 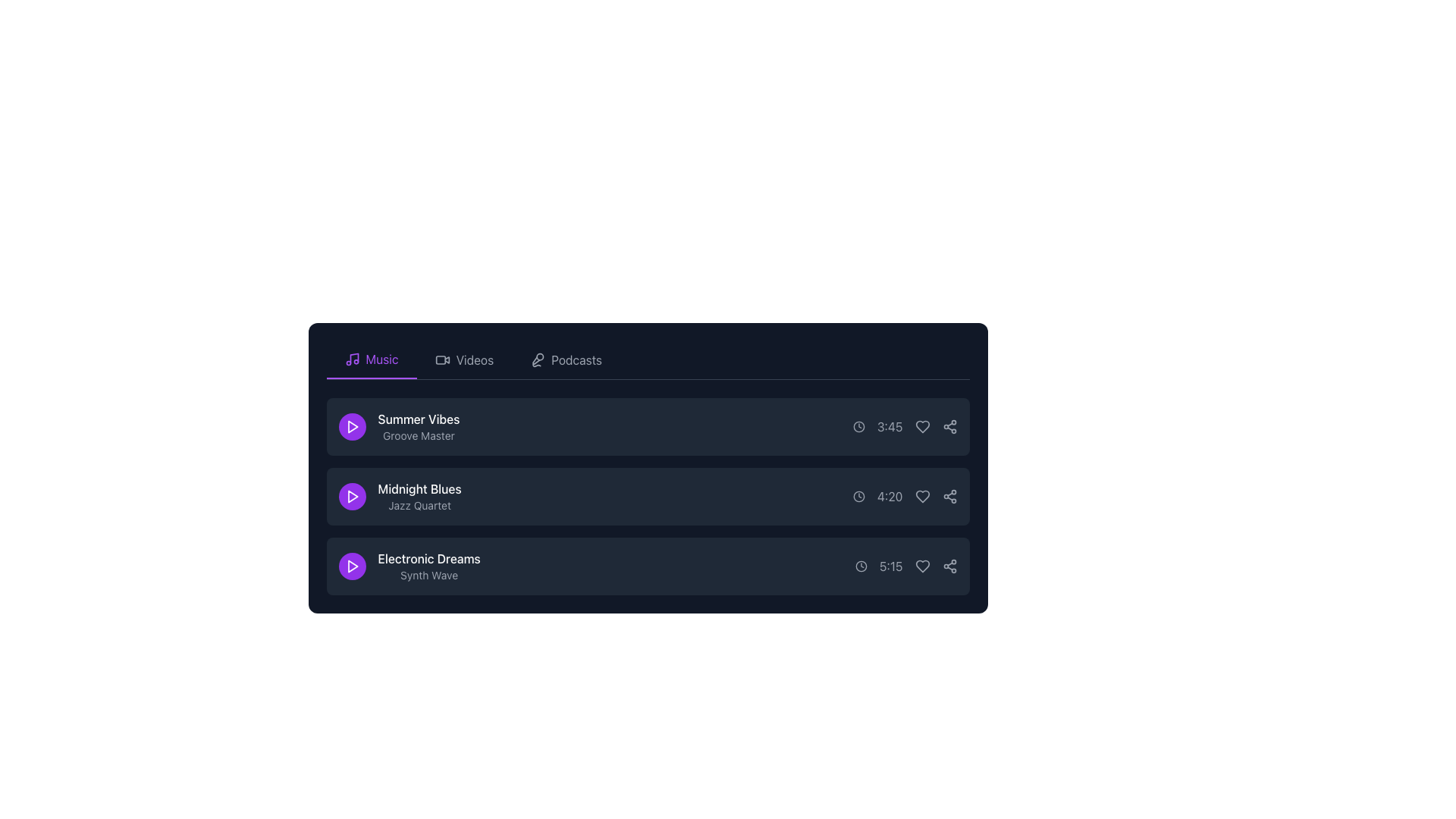 I want to click on the share button located on the far-right side of the last item in a vertical list, so click(x=949, y=566).